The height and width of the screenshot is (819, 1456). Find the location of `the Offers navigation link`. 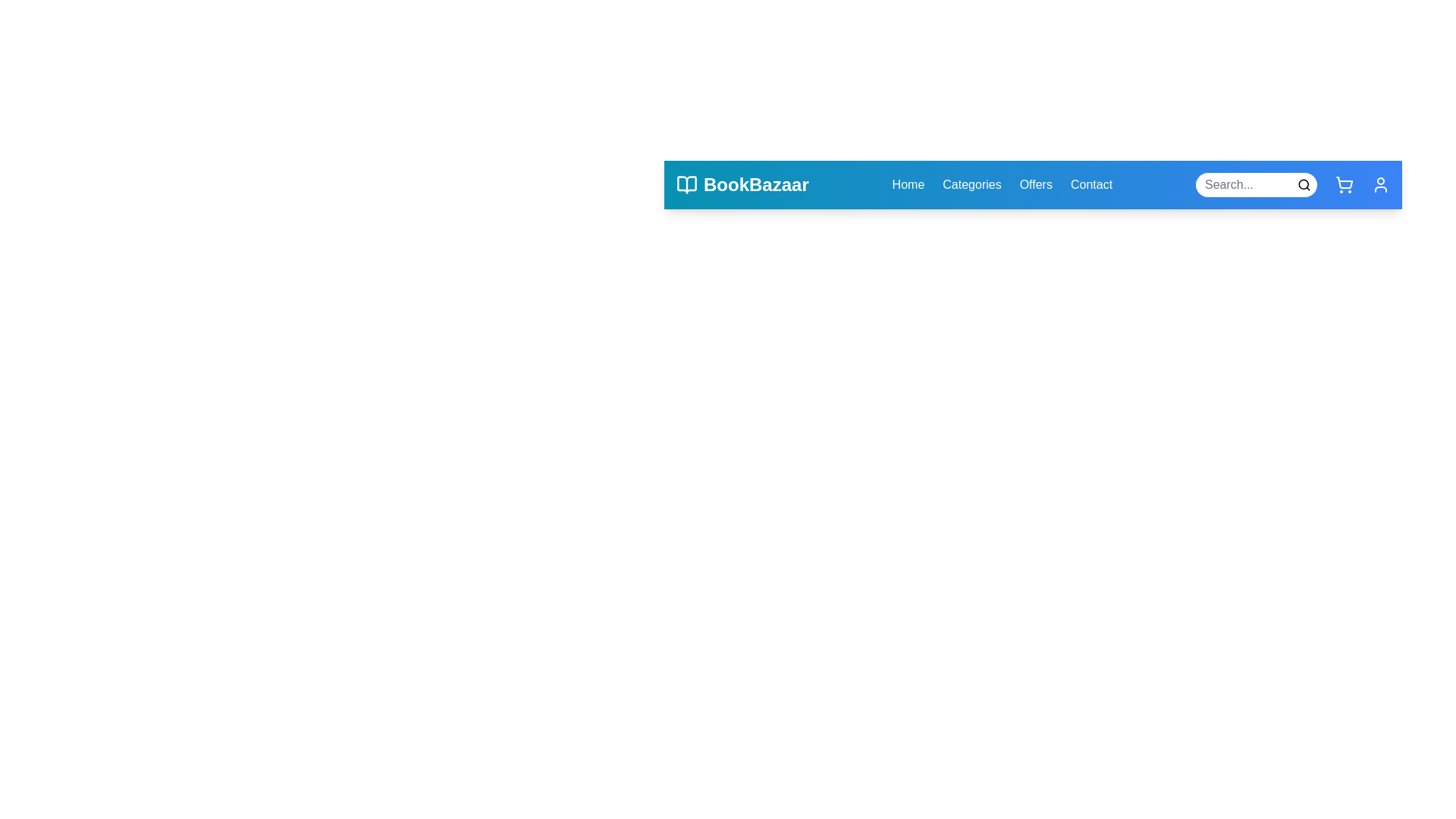

the Offers navigation link is located at coordinates (1035, 184).